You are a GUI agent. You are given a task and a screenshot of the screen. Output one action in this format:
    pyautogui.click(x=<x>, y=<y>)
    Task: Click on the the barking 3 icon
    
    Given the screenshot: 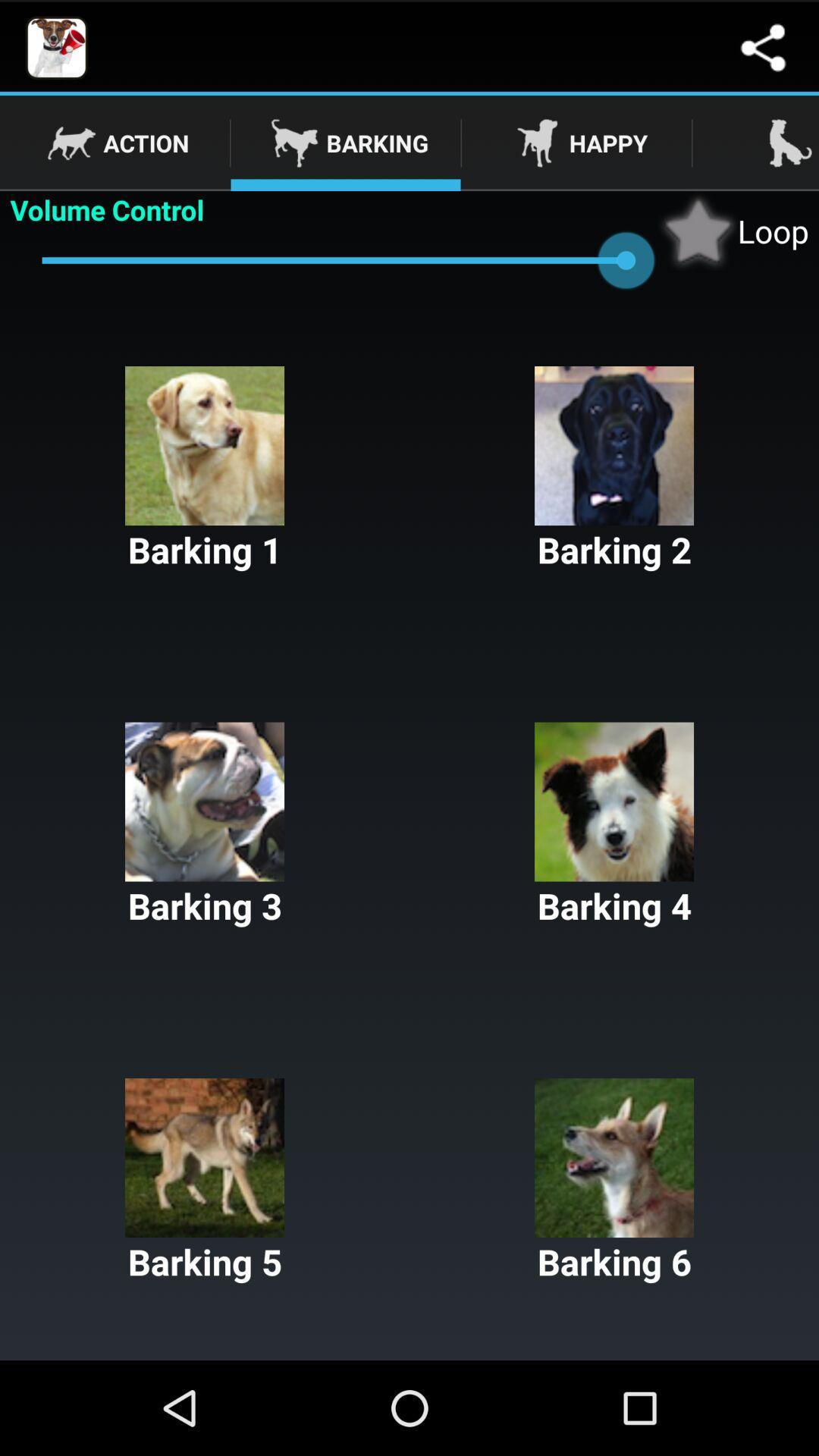 What is the action you would take?
    pyautogui.click(x=205, y=825)
    